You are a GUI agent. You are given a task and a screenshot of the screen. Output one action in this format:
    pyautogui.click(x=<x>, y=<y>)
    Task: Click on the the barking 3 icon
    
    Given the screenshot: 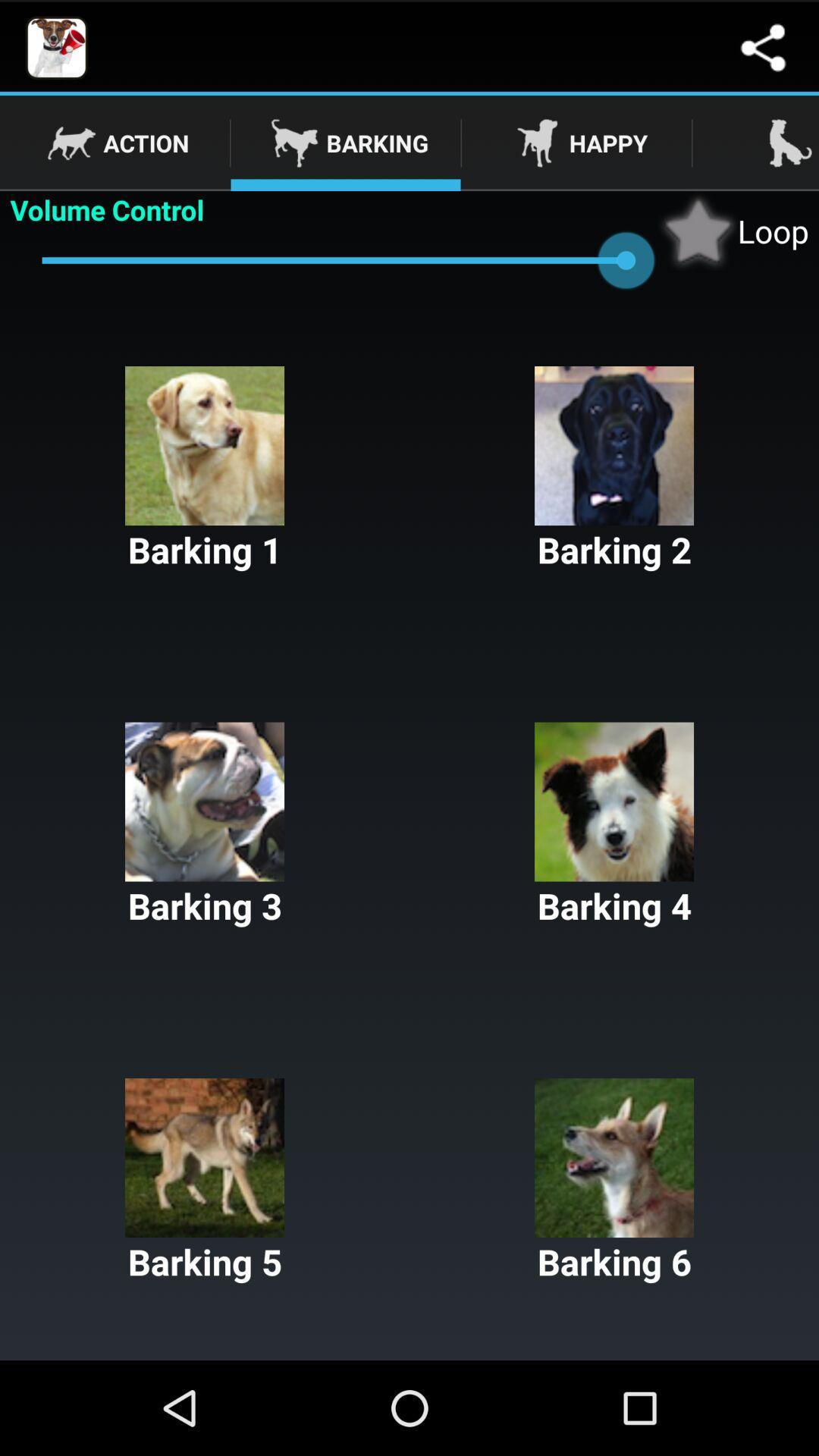 What is the action you would take?
    pyautogui.click(x=205, y=825)
    